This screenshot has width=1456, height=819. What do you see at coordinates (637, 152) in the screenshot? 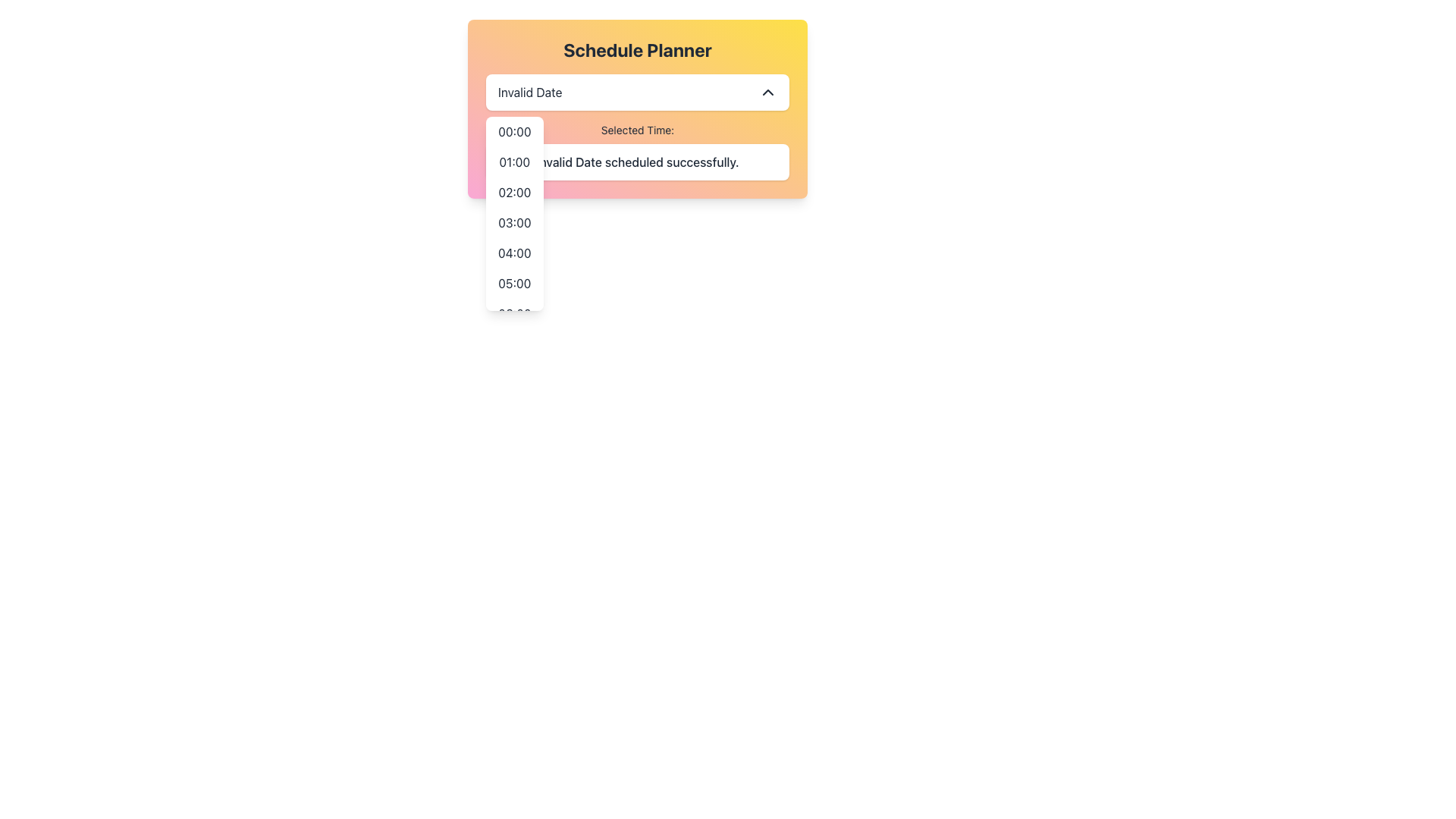
I see `the text display box that shows the header 'Selected Time:' and the status message 'Invalid Date scheduled successfully.' in the 'Schedule Planner' section` at bounding box center [637, 152].